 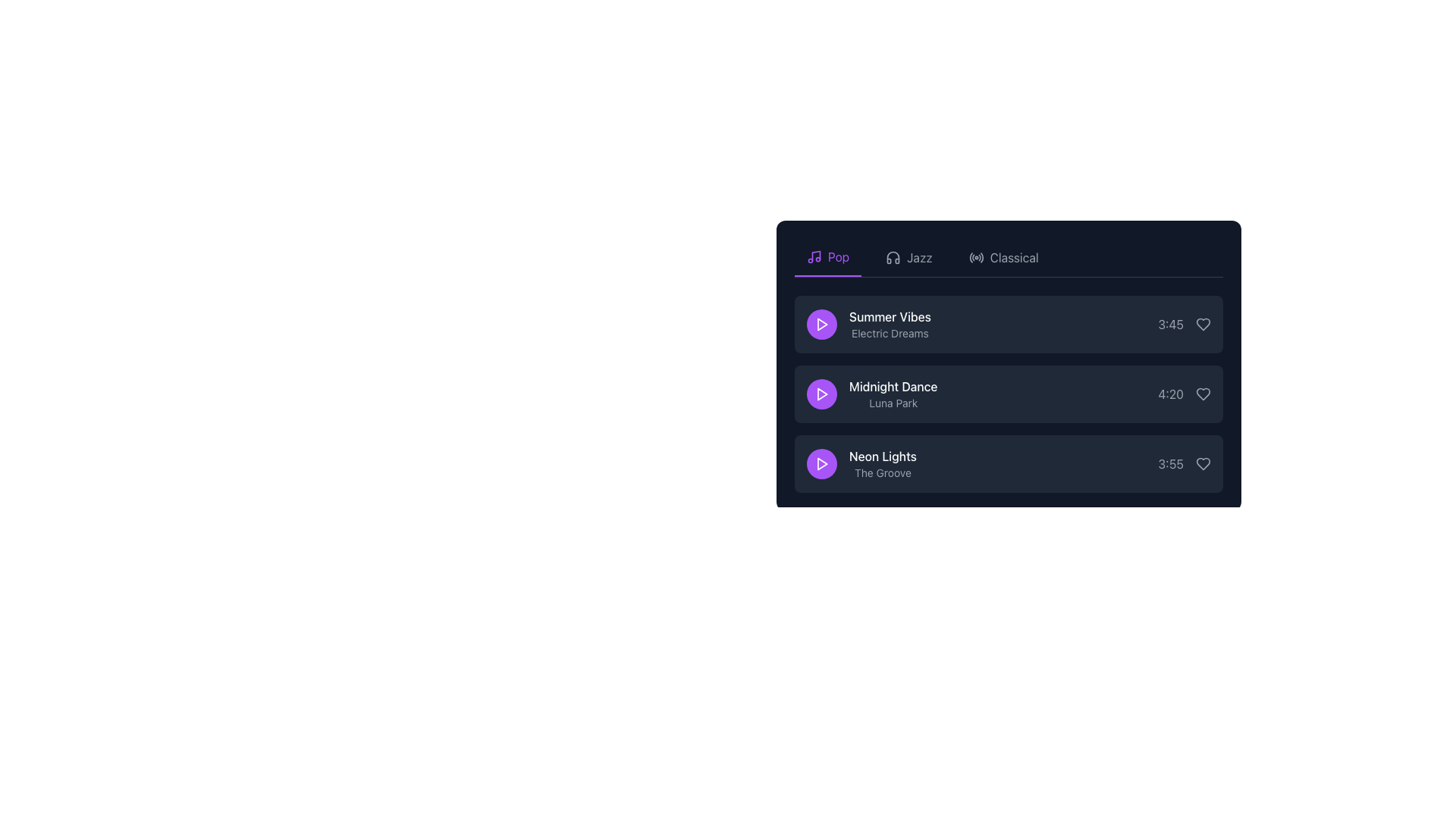 I want to click on the label displaying '3:45', which is styled in light gray font and positioned next to the 'Summer Vibes' title on a dark background, so click(x=1170, y=324).